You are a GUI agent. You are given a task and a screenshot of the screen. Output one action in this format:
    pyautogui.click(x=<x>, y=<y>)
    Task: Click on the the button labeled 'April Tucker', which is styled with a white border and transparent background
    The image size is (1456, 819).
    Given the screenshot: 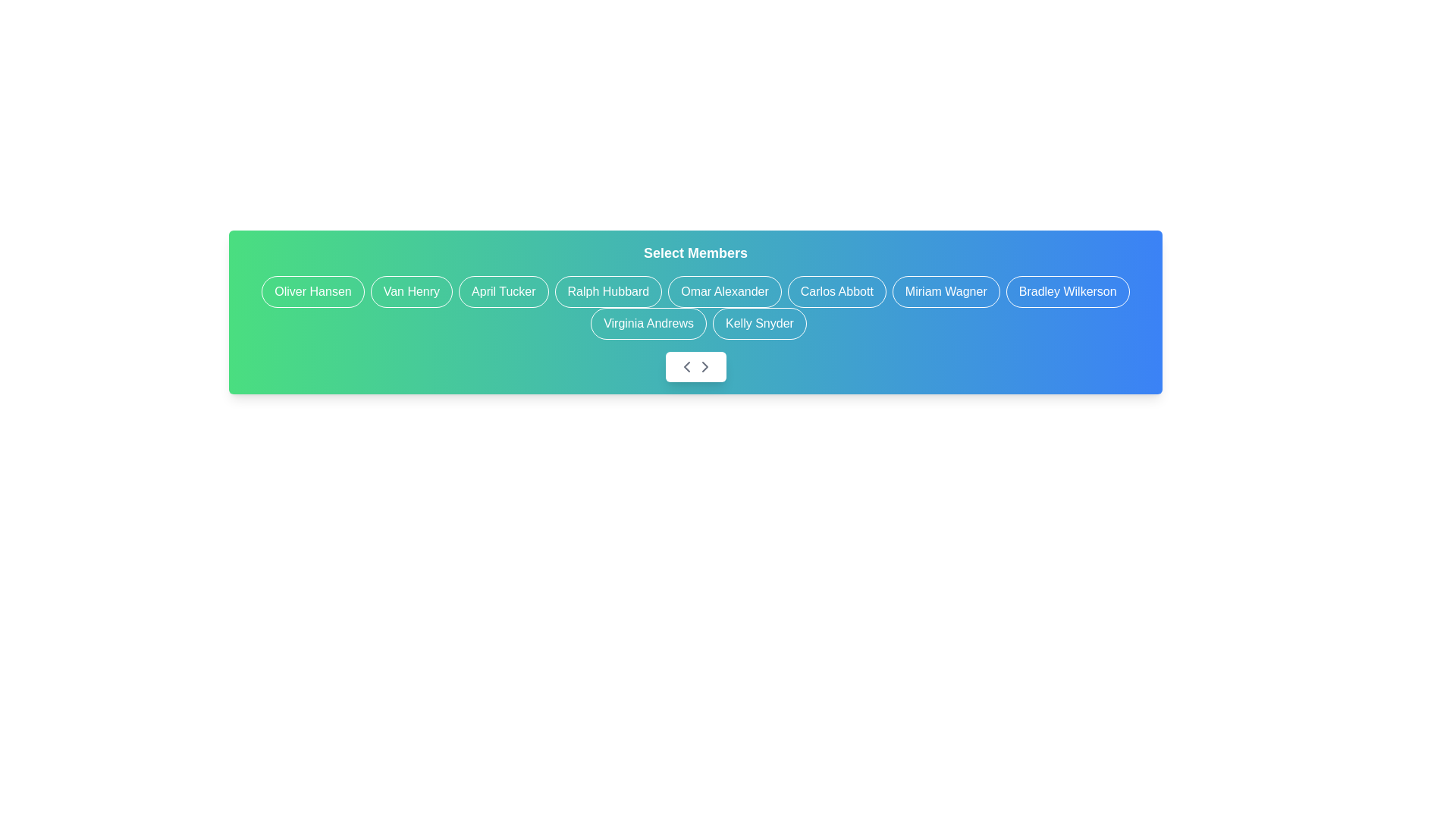 What is the action you would take?
    pyautogui.click(x=504, y=292)
    